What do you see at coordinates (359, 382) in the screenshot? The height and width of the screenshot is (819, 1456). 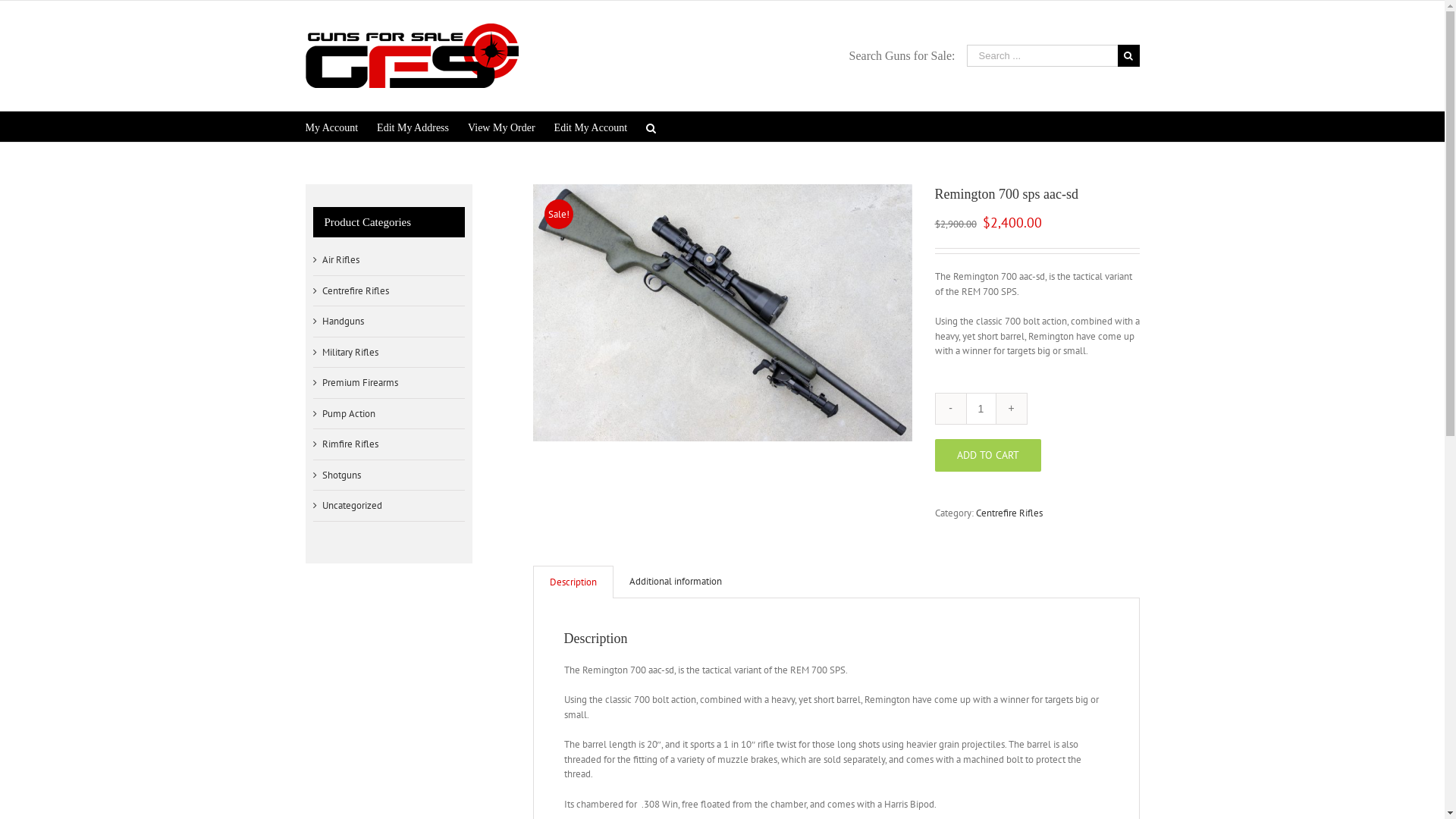 I see `'Premium Firearms'` at bounding box center [359, 382].